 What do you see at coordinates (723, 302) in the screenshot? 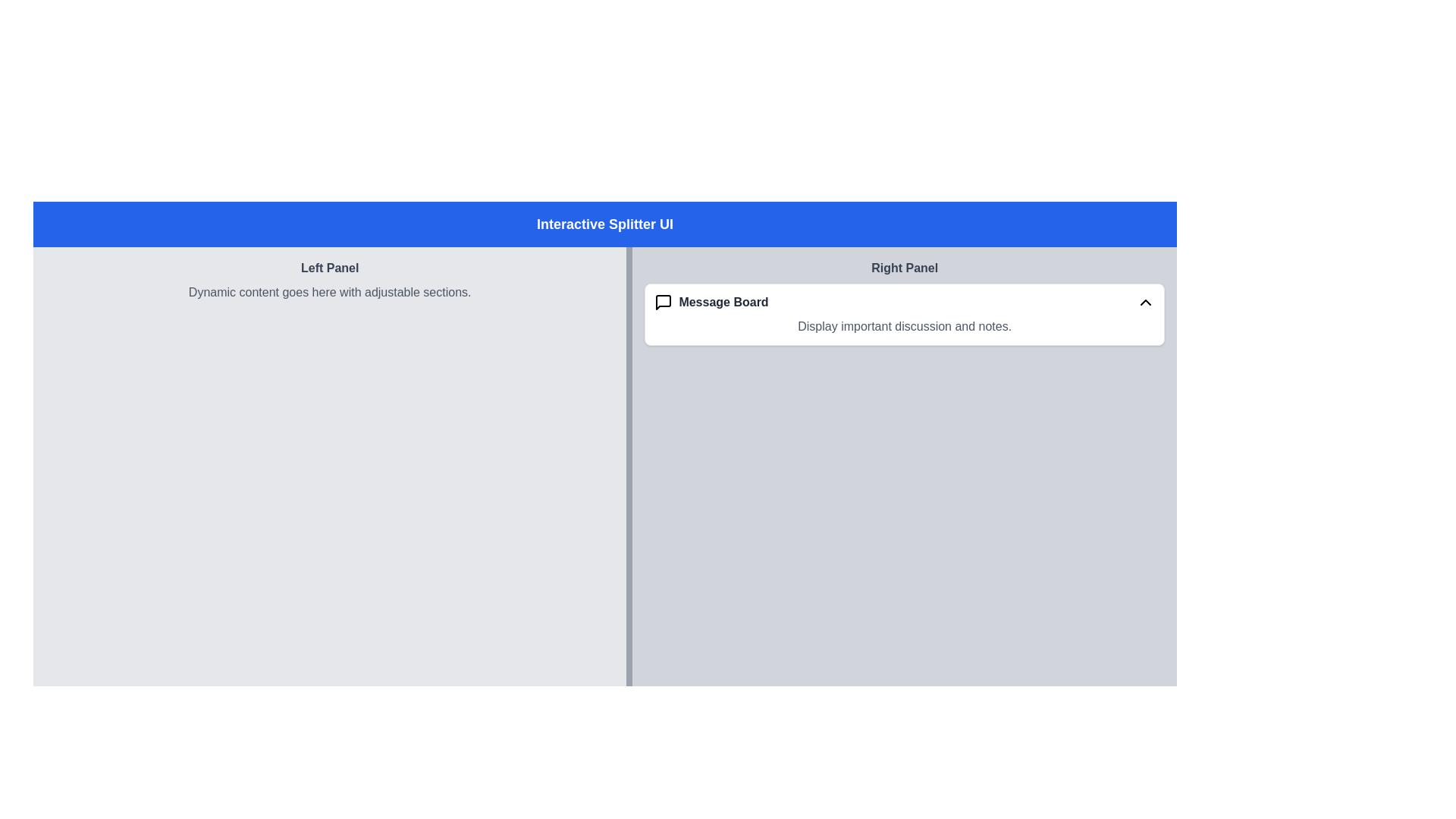
I see `the 'Message Board' text label in bold dark gray color located in the right panel` at bounding box center [723, 302].